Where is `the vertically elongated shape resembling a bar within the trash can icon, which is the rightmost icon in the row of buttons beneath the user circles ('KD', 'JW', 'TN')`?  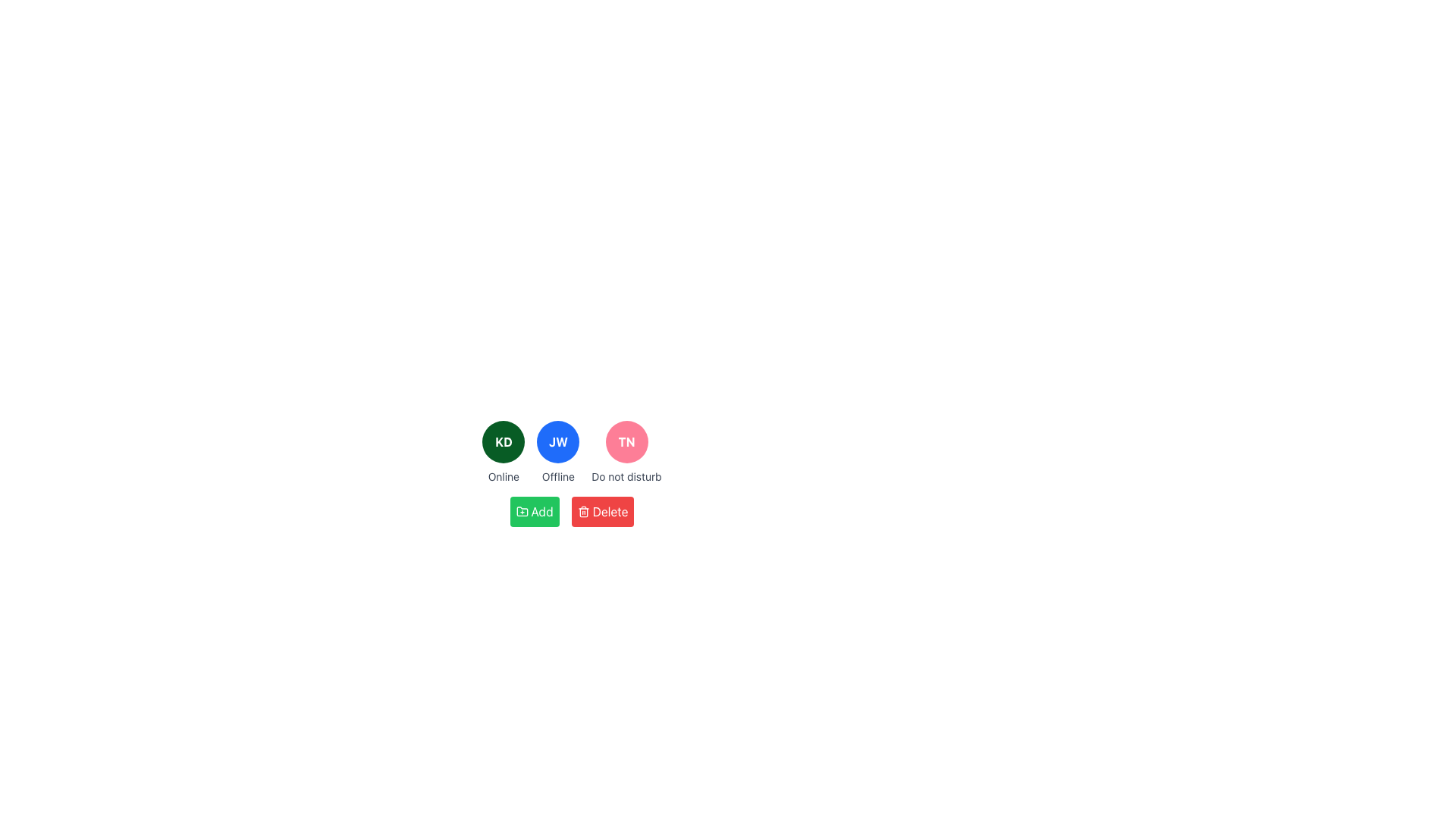
the vertically elongated shape resembling a bar within the trash can icon, which is the rightmost icon in the row of buttons beneath the user circles ('KD', 'JW', 'TN') is located at coordinates (582, 512).